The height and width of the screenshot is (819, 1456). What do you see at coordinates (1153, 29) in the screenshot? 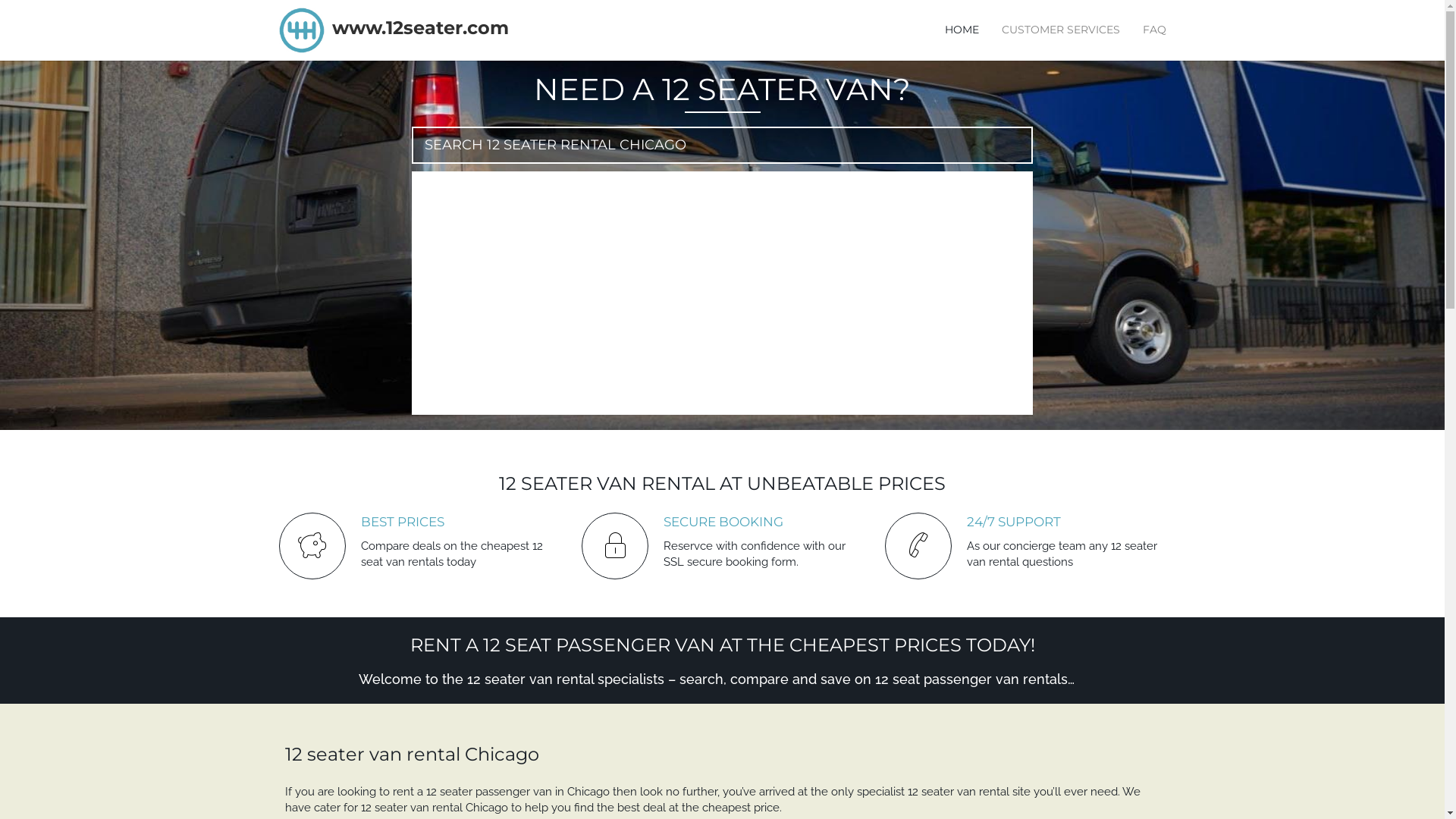
I see `'FAQ'` at bounding box center [1153, 29].